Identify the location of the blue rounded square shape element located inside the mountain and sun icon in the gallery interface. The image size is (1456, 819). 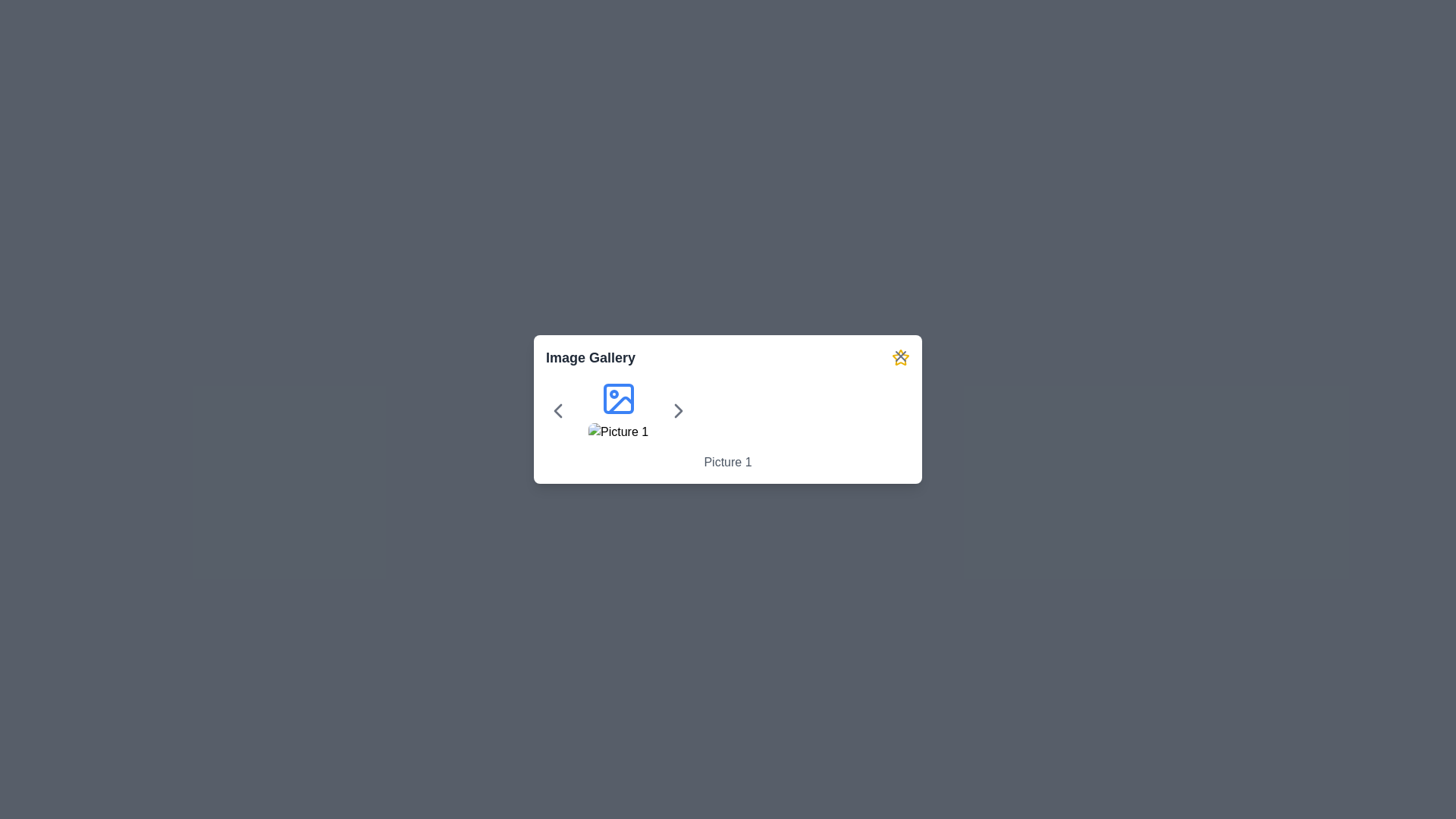
(618, 397).